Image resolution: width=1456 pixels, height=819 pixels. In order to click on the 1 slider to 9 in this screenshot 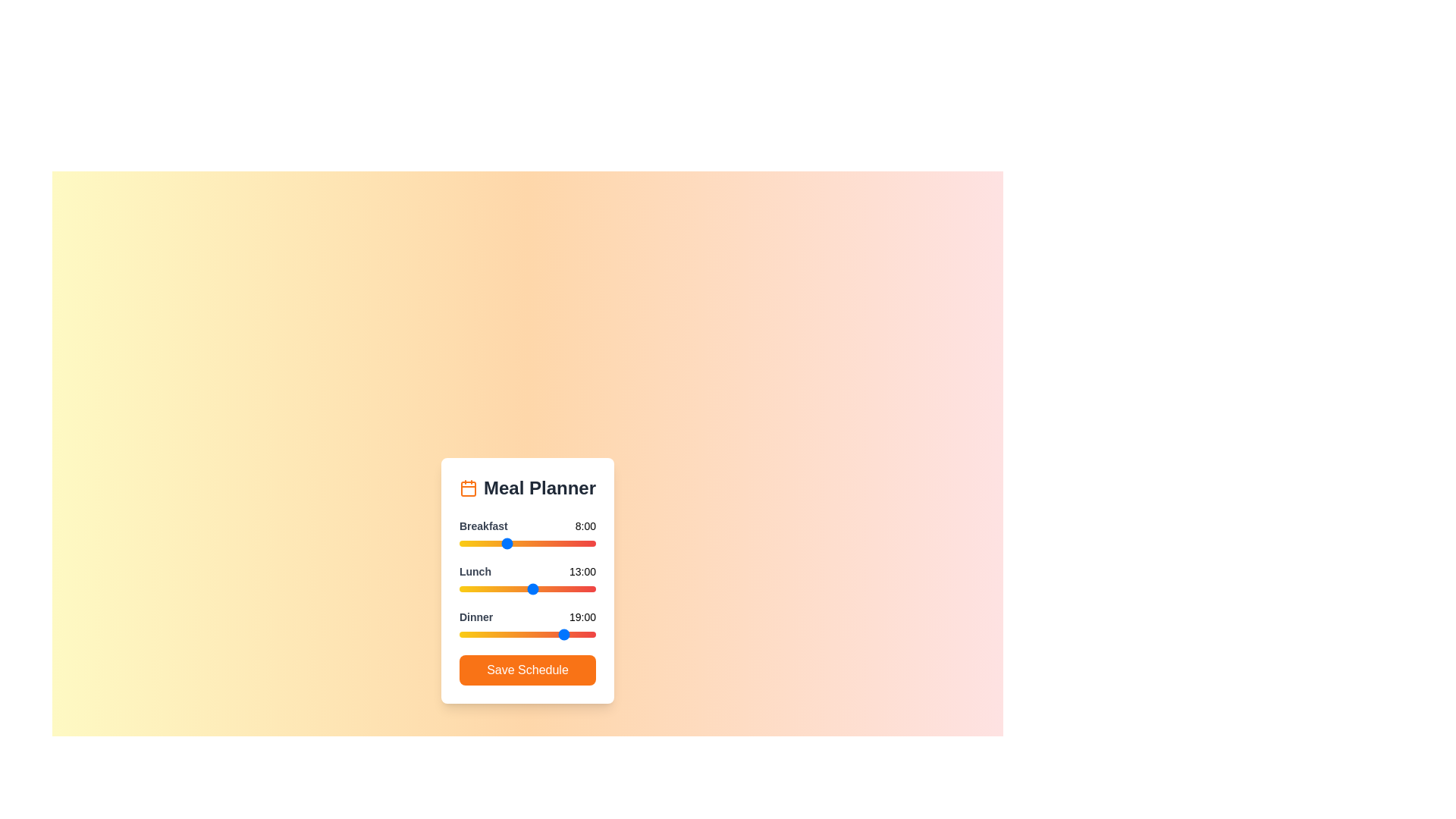, I will do `click(510, 588)`.